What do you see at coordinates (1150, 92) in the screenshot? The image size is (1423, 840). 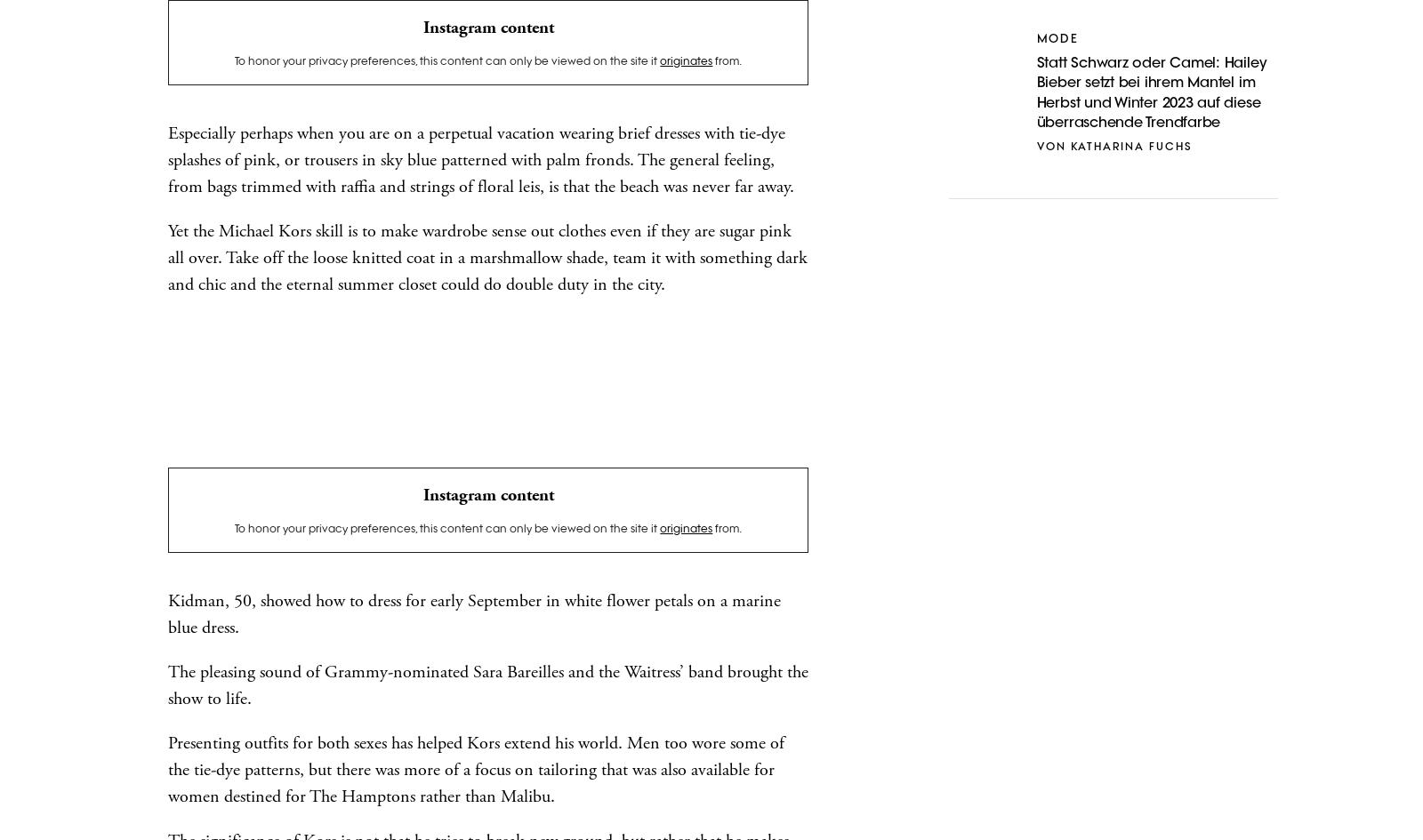 I see `'Statt Schwarz oder Camel: Hailey Bieber setzt bei ihrem Mantel im Herbst und Winter 2023 auf diese überraschende Trendfarbe'` at bounding box center [1150, 92].